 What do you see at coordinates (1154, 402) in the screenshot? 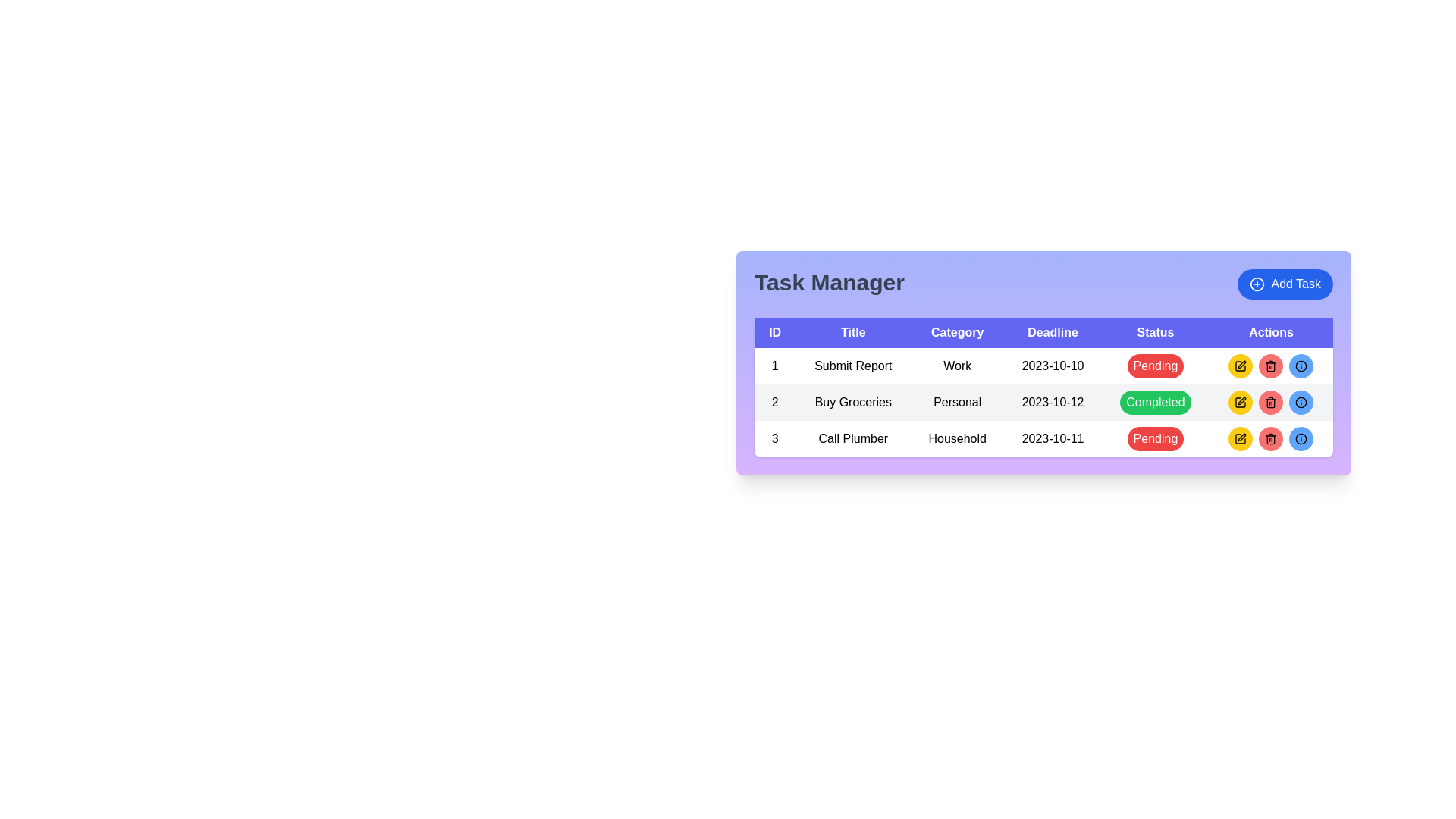
I see `the completion status button located in the 'Status' column of the second row in the 'Task Manager' table, which is positioned between the 'Deadline' and 'Actions' columns` at bounding box center [1154, 402].